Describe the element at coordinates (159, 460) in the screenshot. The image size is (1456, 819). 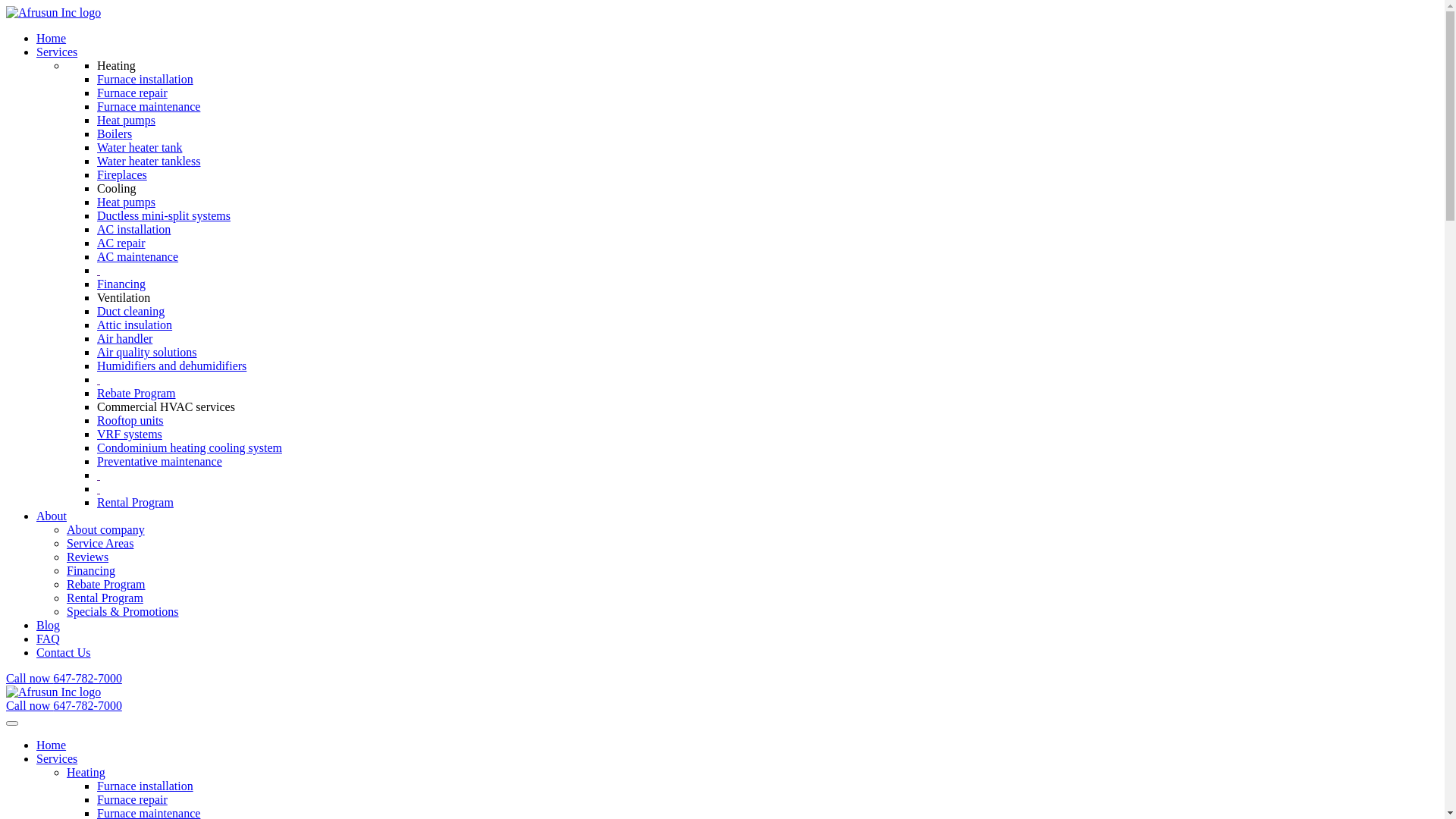
I see `'Preventative maintenance'` at that location.